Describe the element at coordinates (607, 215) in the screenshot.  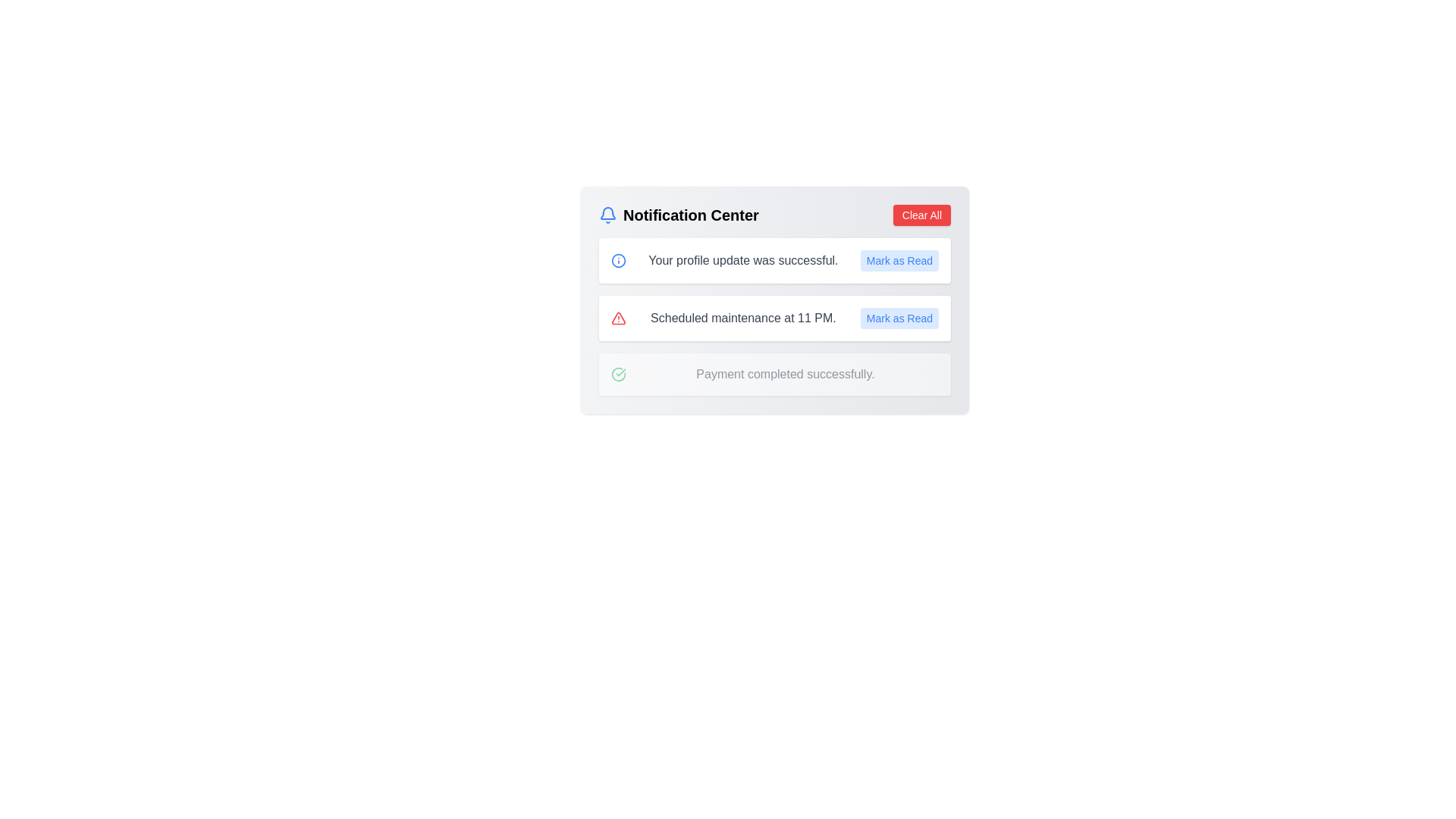
I see `the bell icon located to the left of the 'Notification Center' text in the notifications panel` at that location.